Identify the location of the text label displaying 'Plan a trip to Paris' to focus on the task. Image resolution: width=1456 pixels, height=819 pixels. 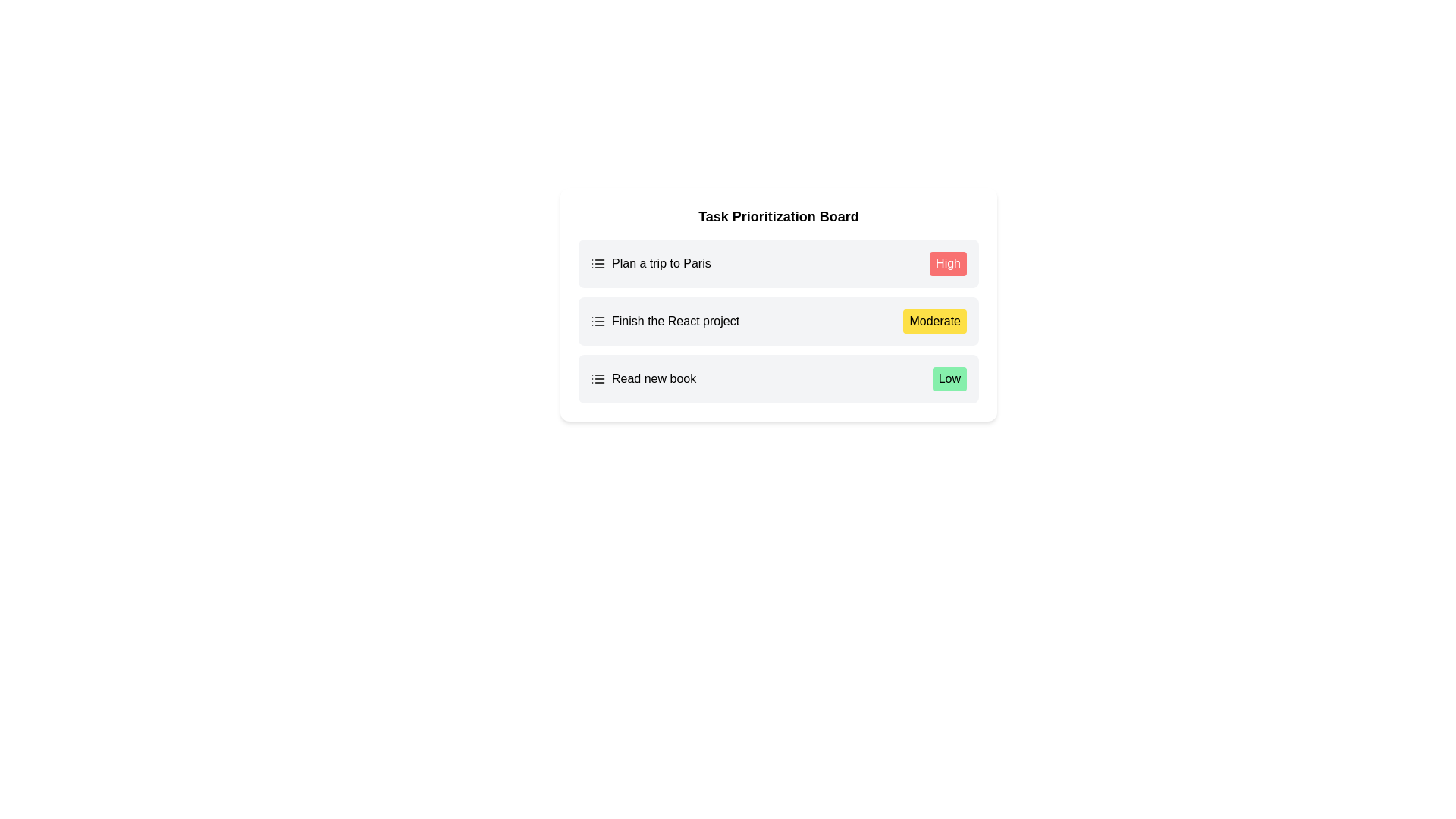
(651, 262).